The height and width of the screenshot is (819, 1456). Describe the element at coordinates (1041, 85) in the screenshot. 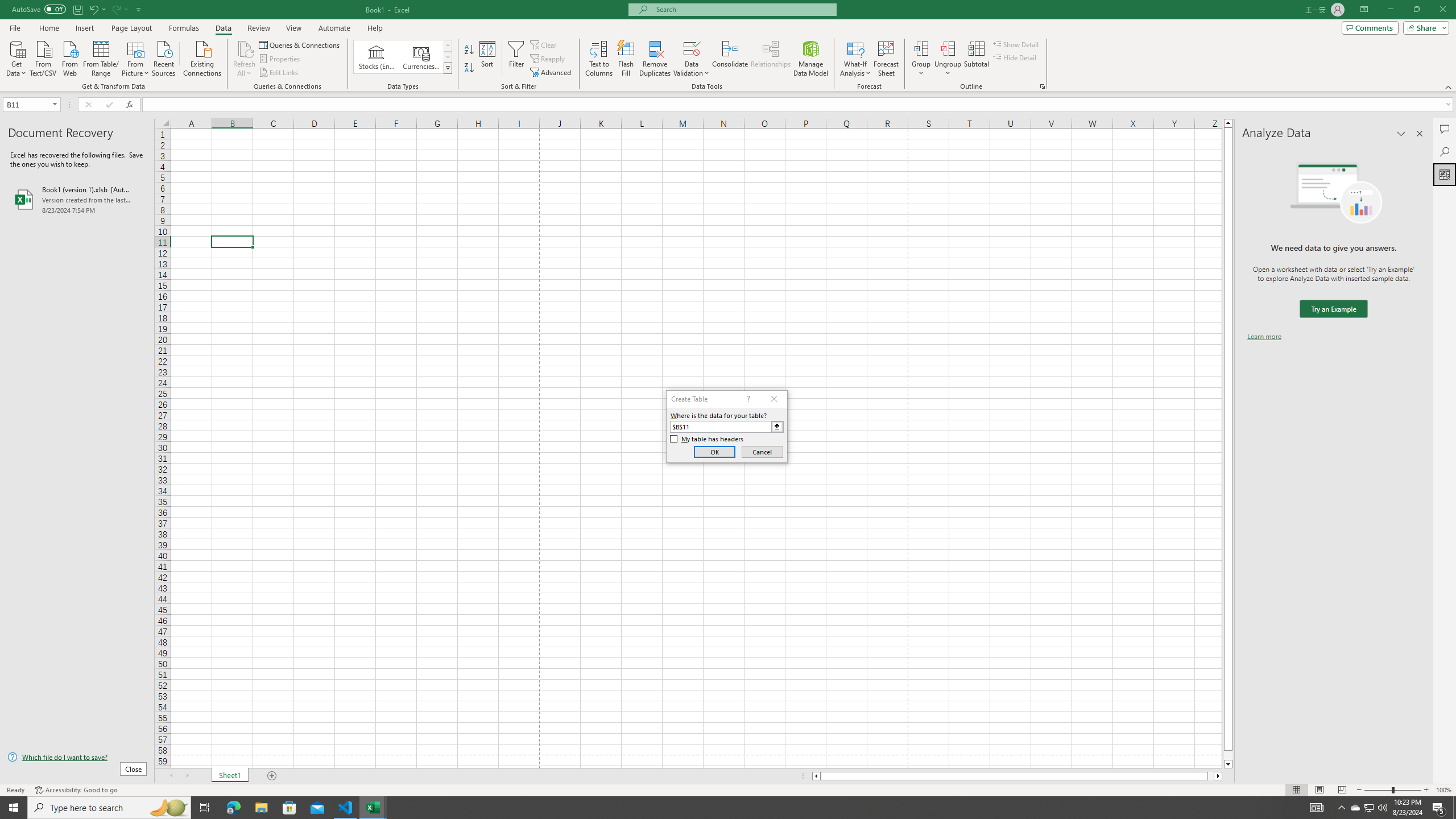

I see `'Group and Outline Settings'` at that location.